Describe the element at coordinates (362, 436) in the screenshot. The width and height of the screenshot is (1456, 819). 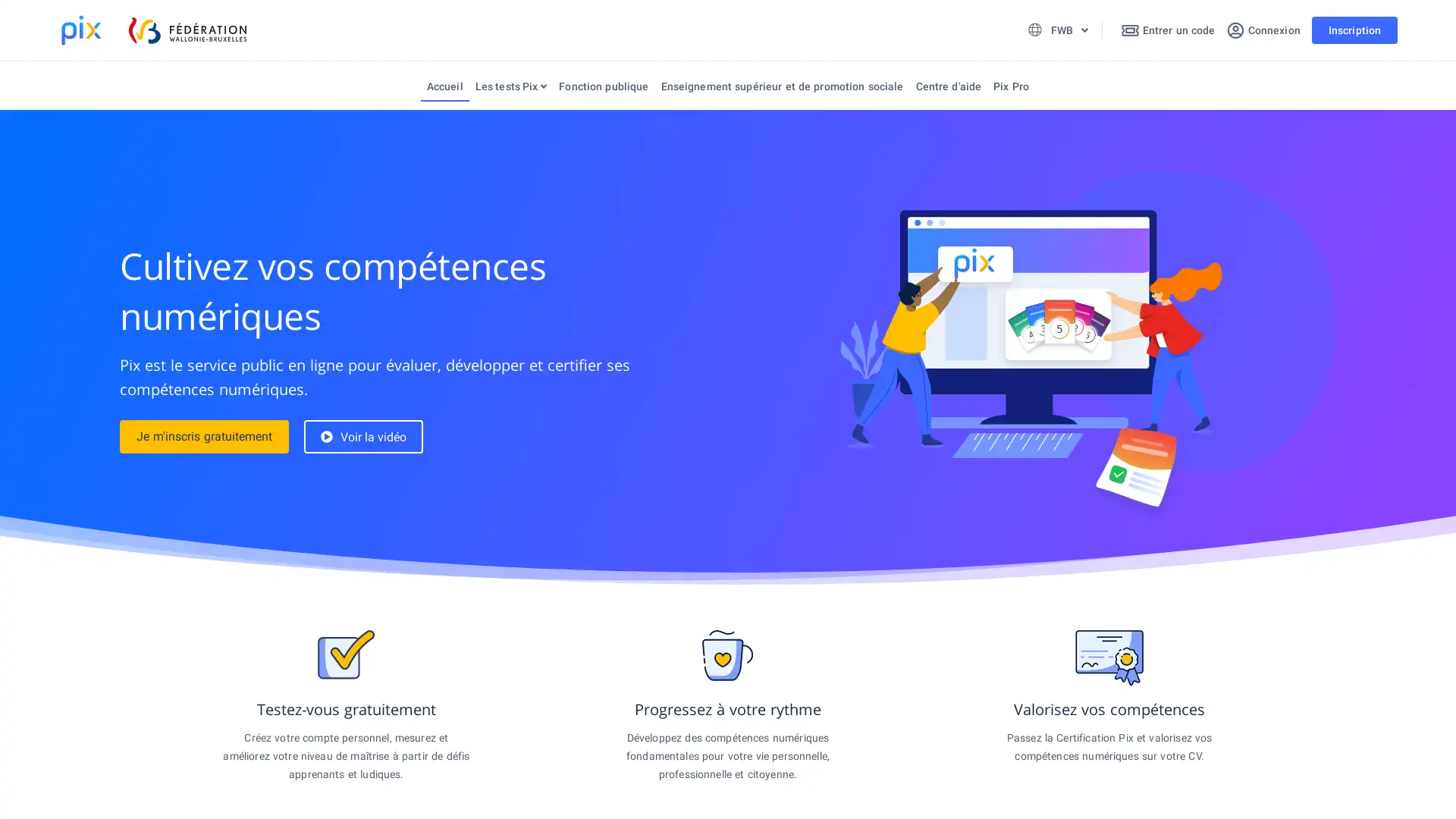
I see `Voir la video` at that location.